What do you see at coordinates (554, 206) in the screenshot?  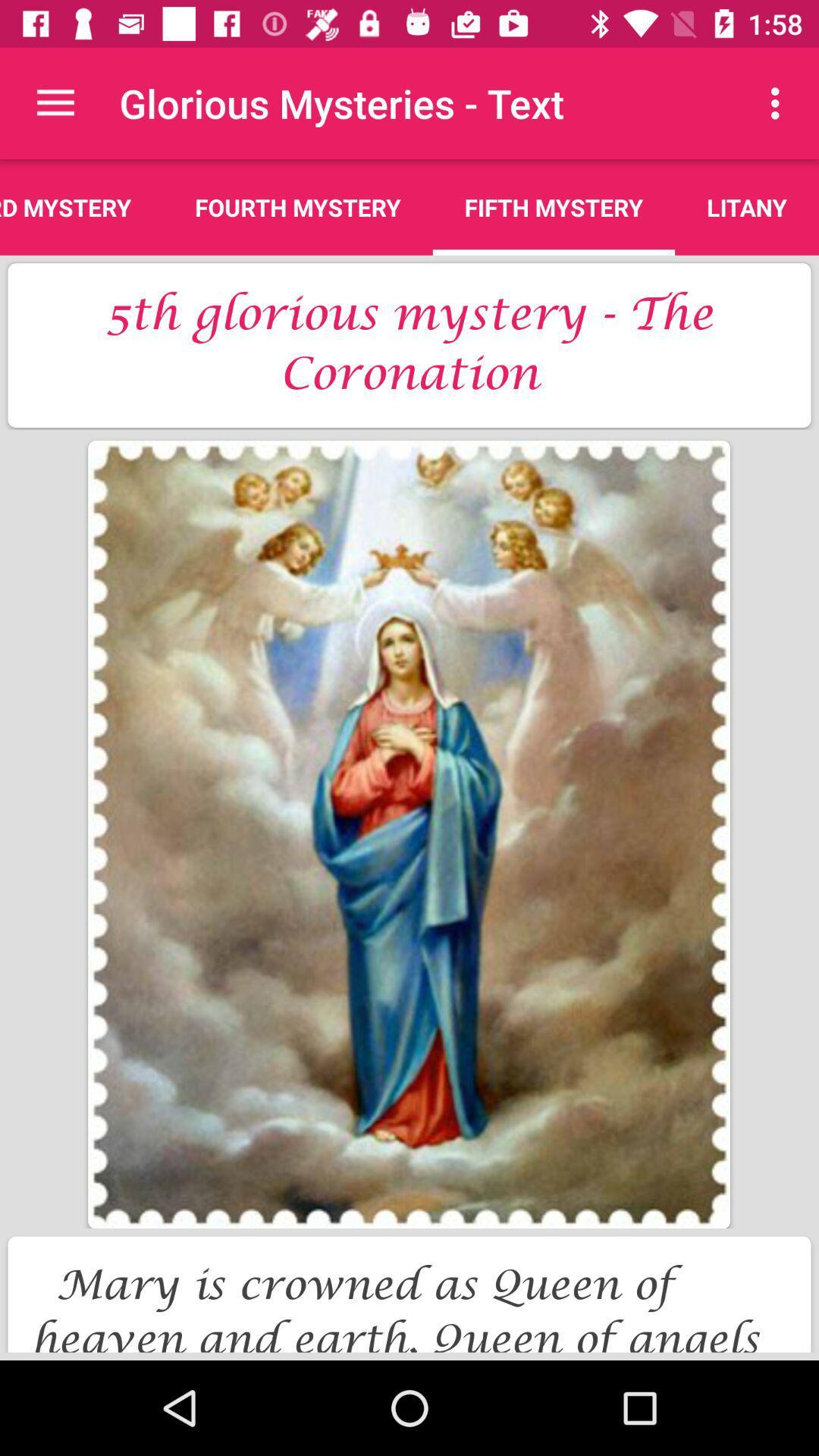 I see `icon below glorious mysteries - text icon` at bounding box center [554, 206].